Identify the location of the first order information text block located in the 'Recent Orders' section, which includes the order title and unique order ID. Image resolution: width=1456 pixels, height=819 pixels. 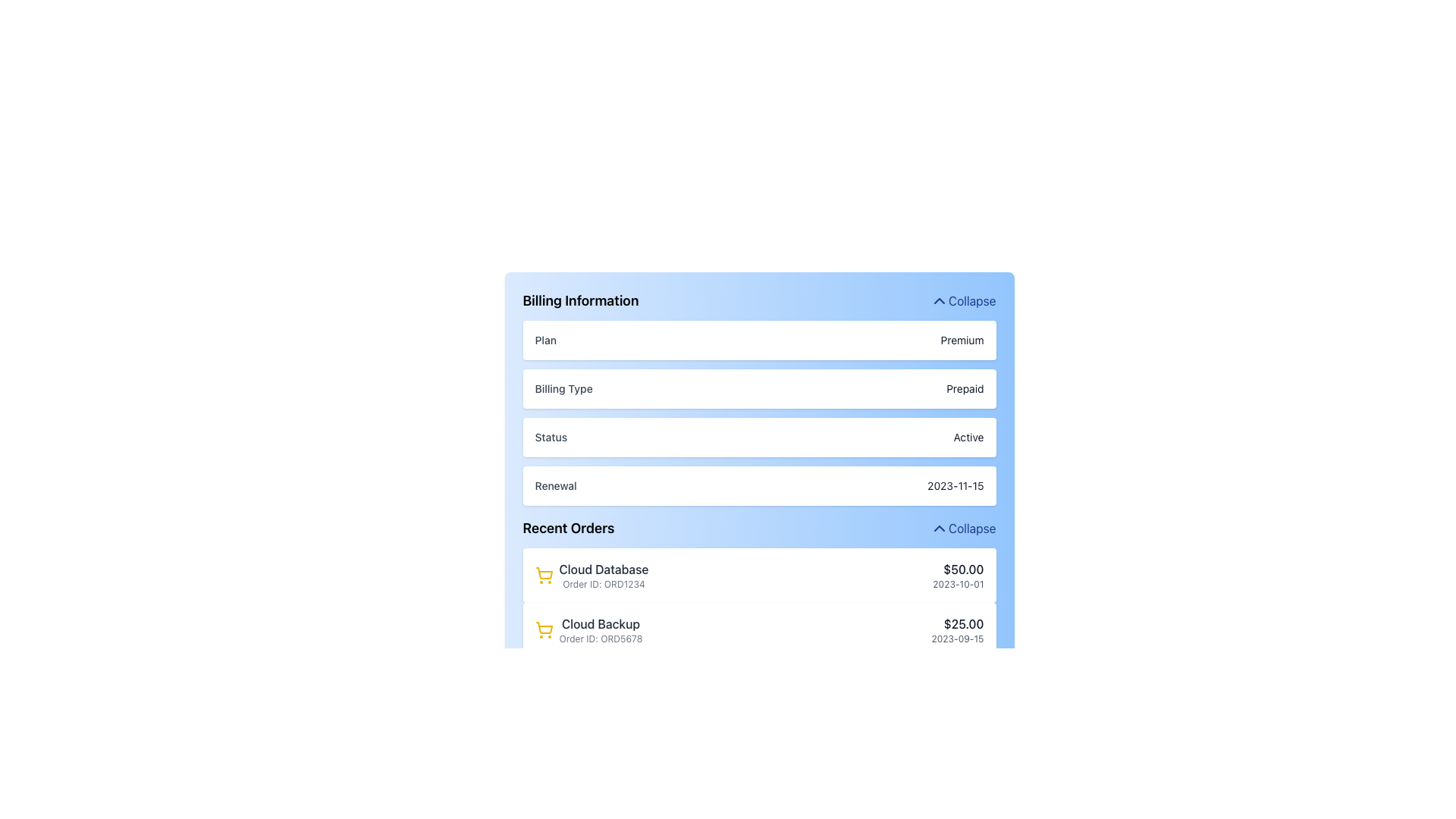
(603, 576).